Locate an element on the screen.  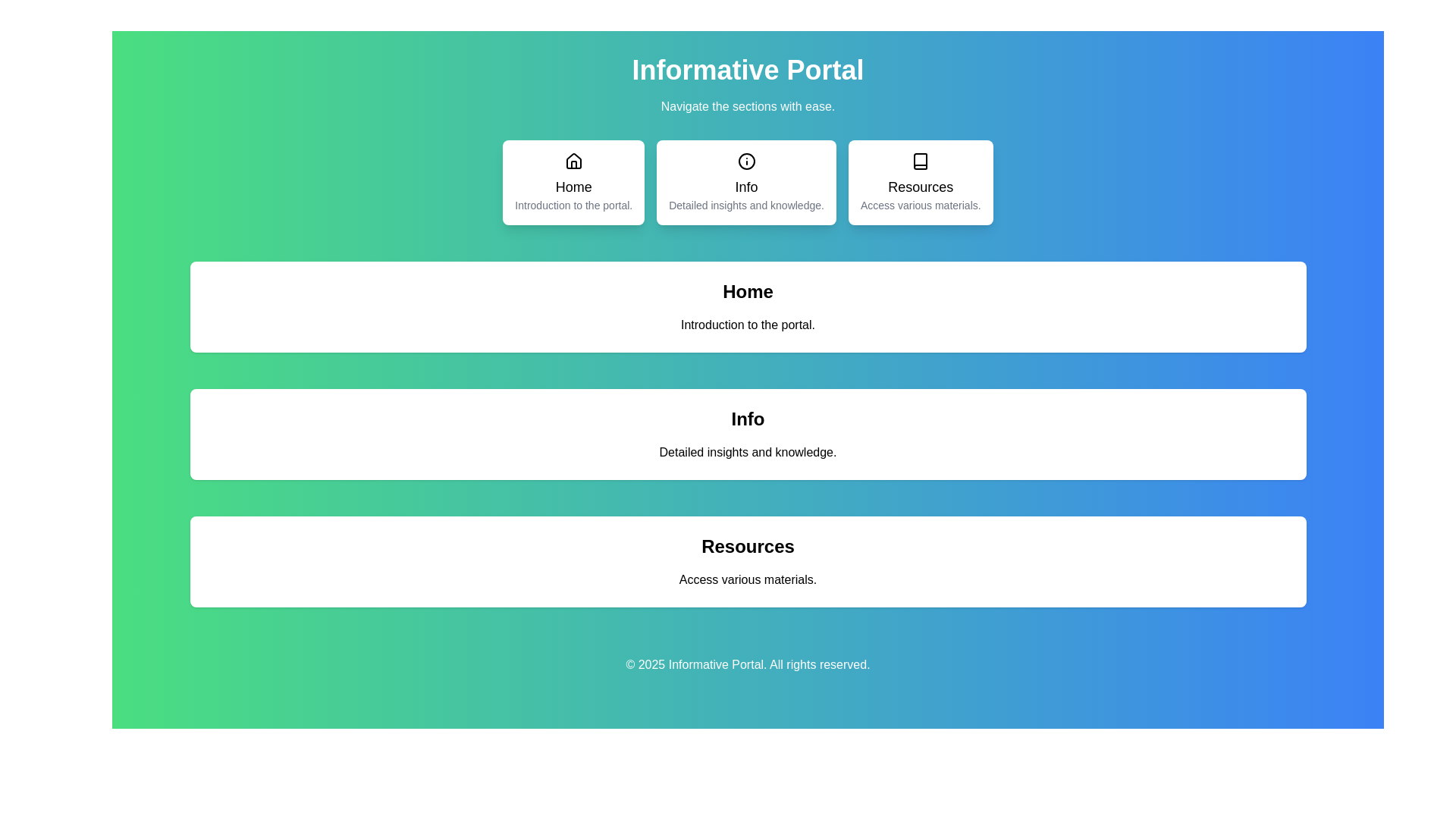
the door graphical detail inside the house icon, which is the first icon in the top navigation bar of the interface is located at coordinates (573, 165).